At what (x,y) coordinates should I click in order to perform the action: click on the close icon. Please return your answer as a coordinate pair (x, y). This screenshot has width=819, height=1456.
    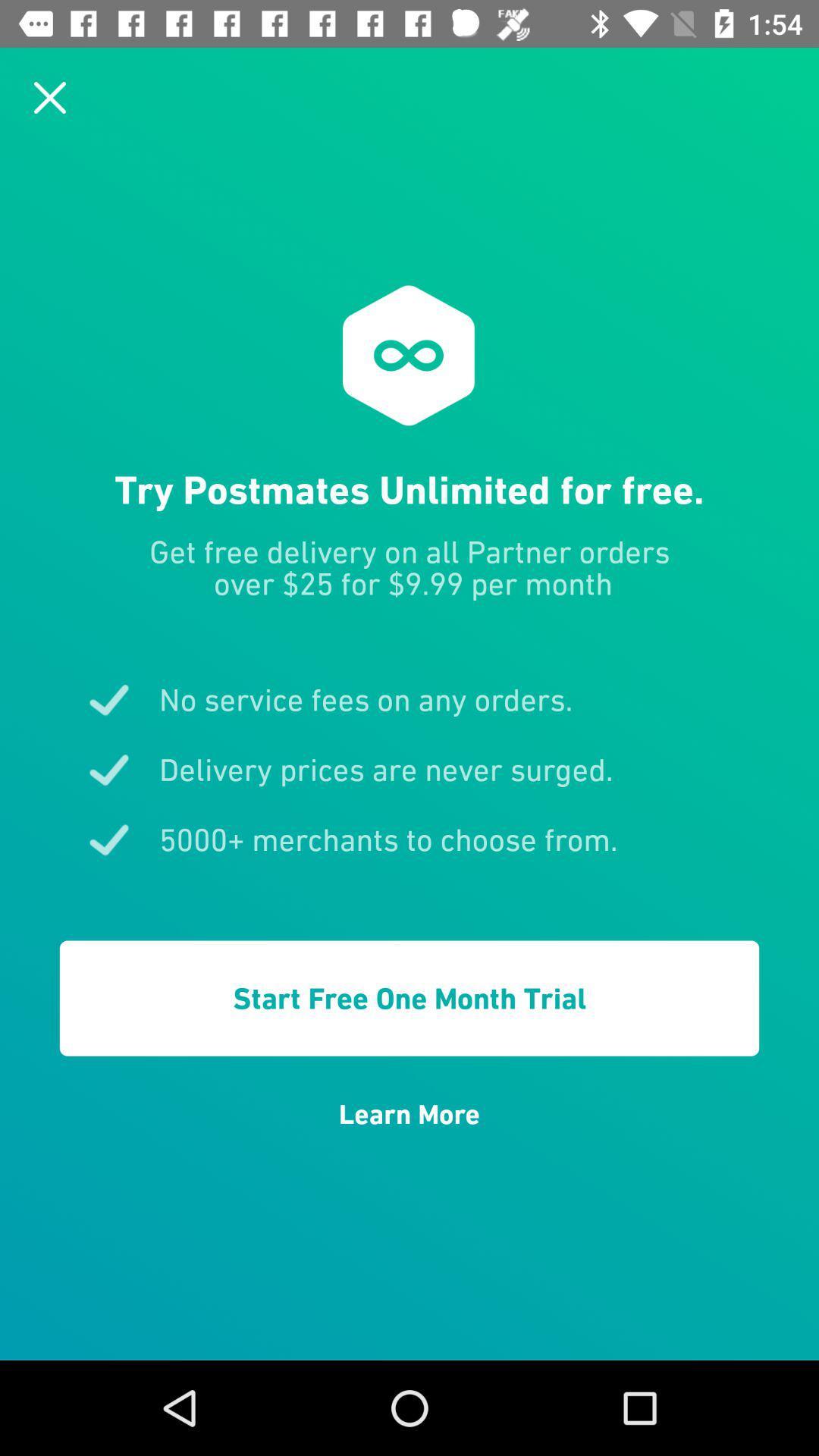
    Looking at the image, I should click on (49, 96).